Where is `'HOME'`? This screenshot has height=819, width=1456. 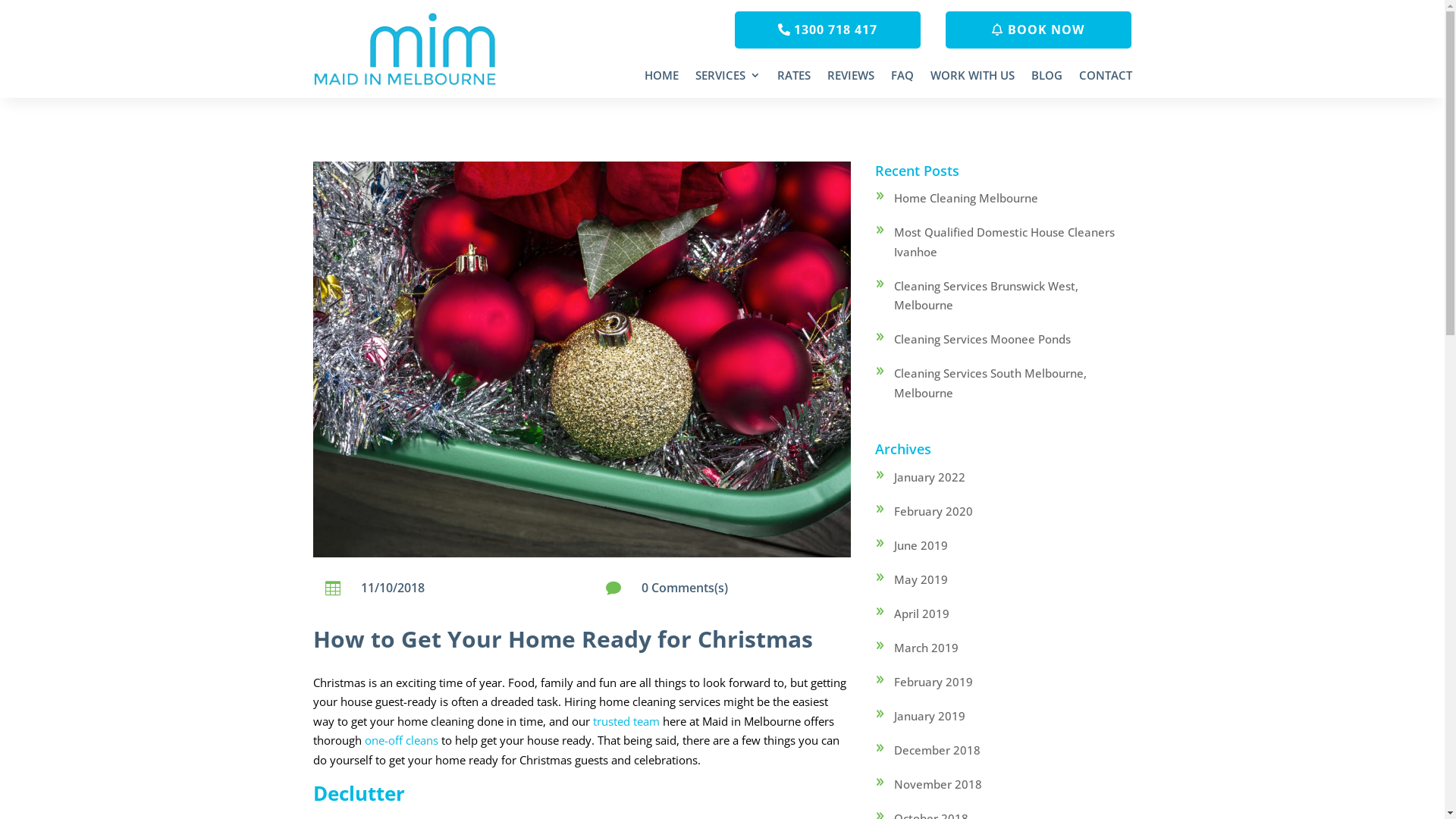
'HOME' is located at coordinates (644, 78).